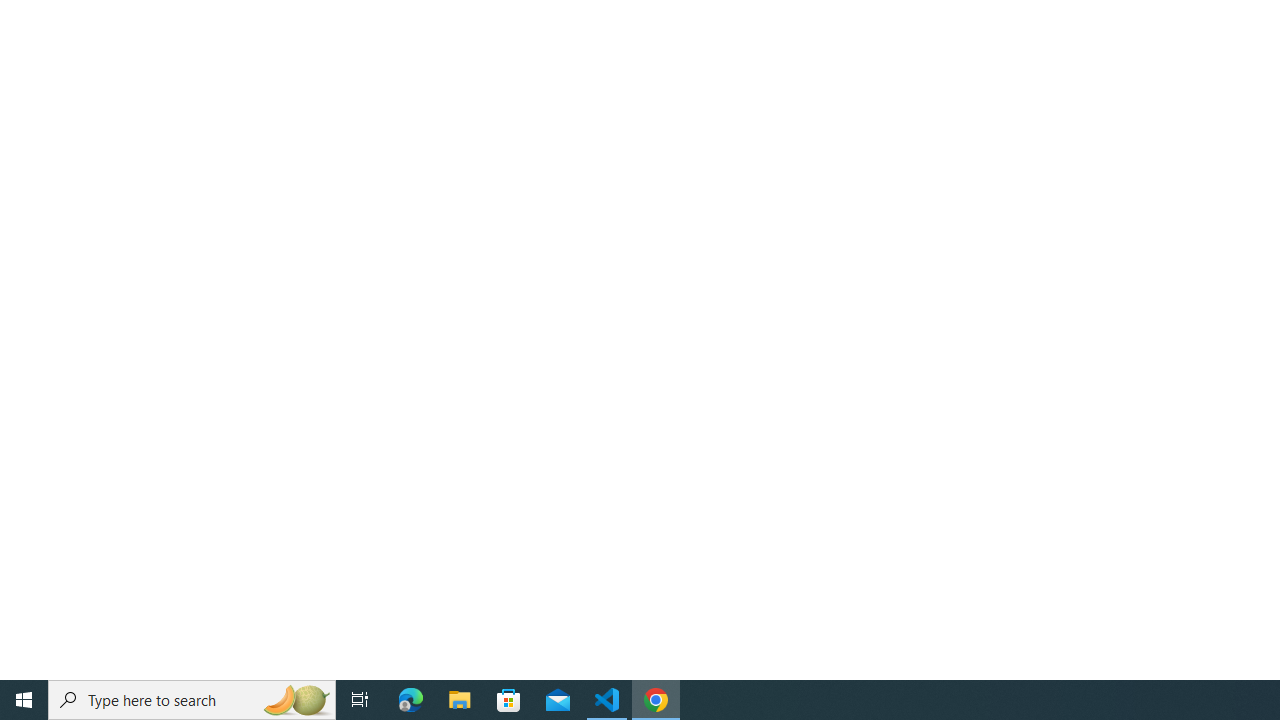 Image resolution: width=1280 pixels, height=720 pixels. I want to click on 'Search highlights icon opens search home window', so click(294, 698).